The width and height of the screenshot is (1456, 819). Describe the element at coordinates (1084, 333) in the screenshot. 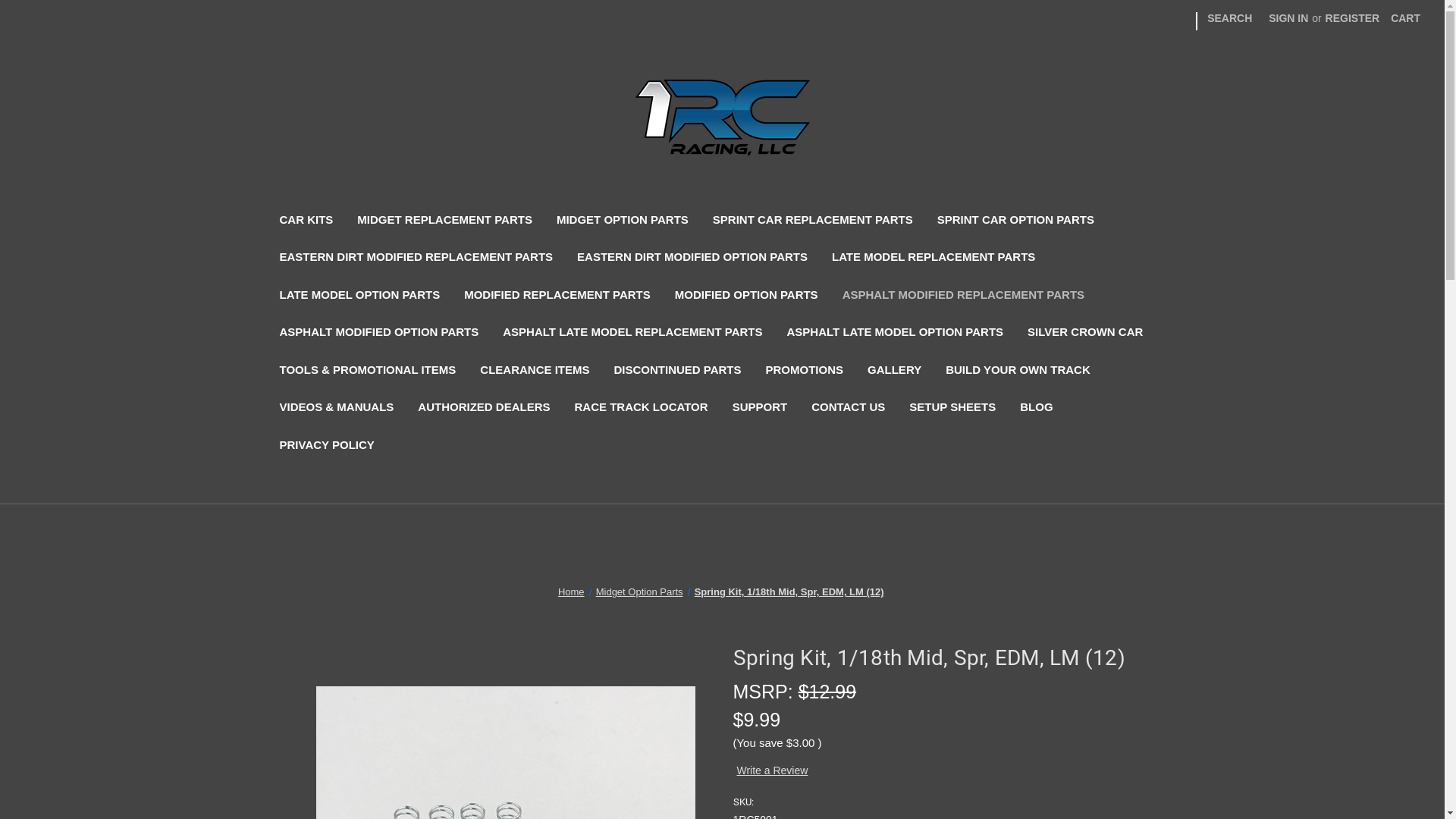

I see `'SILVER CROWN CAR'` at that location.